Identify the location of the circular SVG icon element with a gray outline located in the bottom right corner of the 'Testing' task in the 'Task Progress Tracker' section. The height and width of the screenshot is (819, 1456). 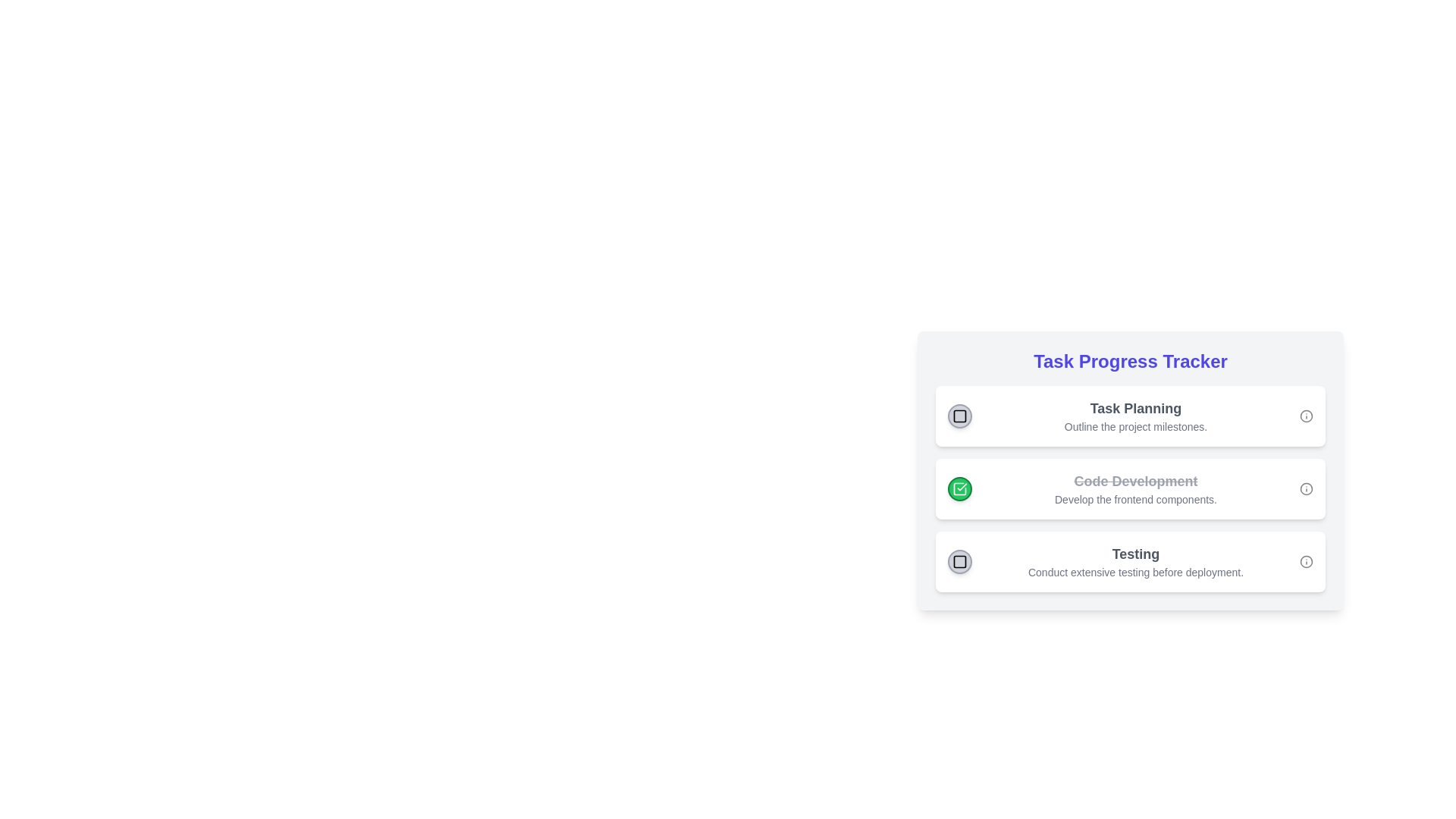
(1306, 561).